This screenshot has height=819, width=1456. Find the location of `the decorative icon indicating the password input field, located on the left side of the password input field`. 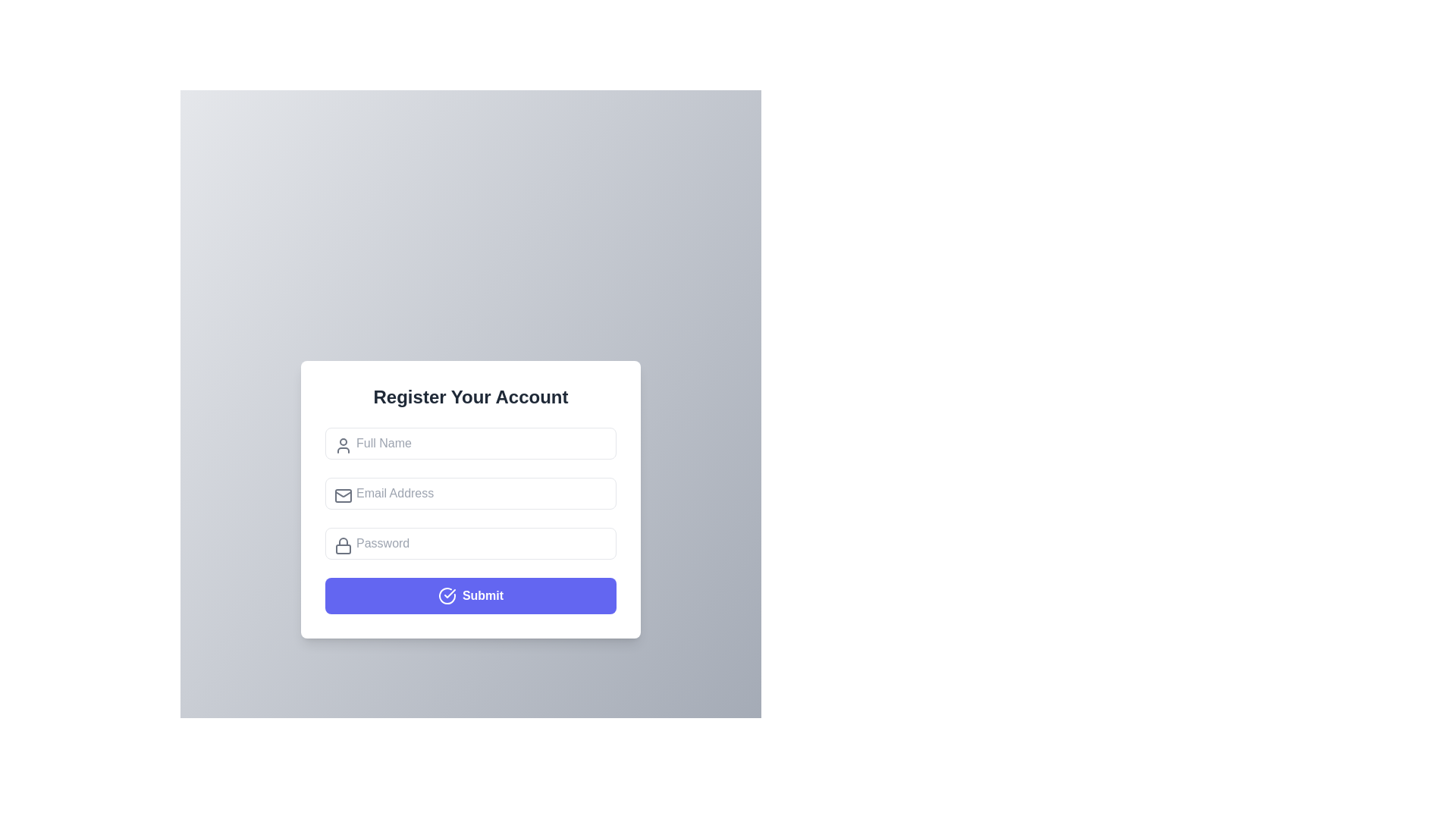

the decorative icon indicating the password input field, located on the left side of the password input field is located at coordinates (342, 540).